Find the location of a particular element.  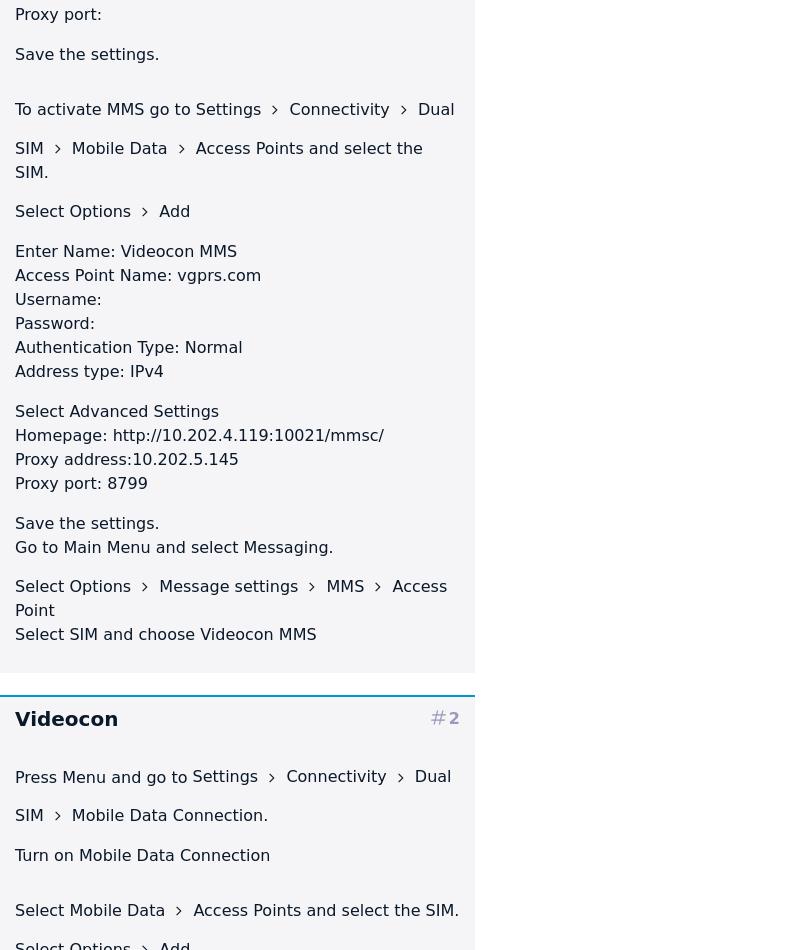

'Messaging' is located at coordinates (285, 546).